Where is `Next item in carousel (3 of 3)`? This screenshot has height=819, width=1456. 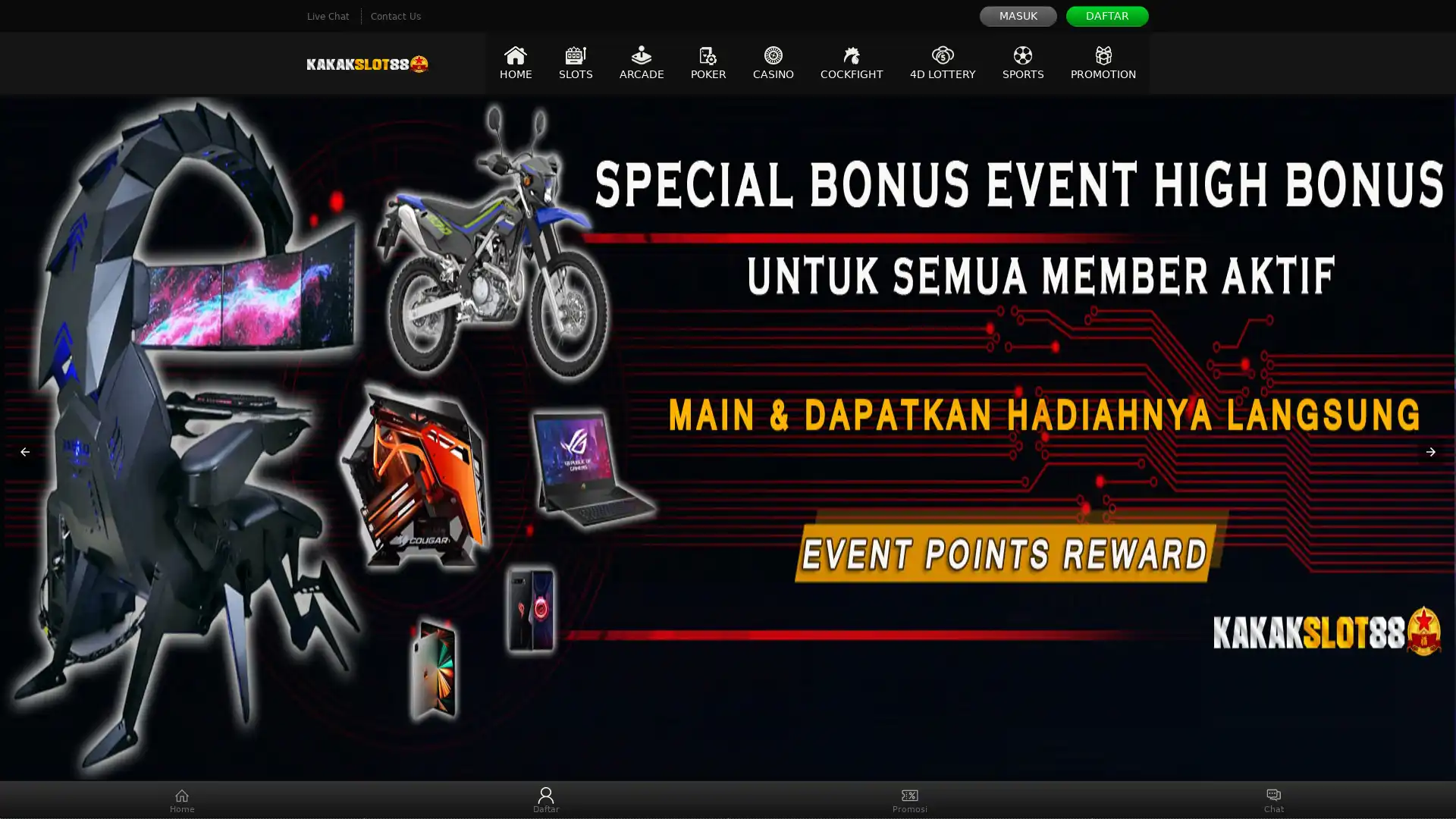
Next item in carousel (3 of 3) is located at coordinates (1429, 452).